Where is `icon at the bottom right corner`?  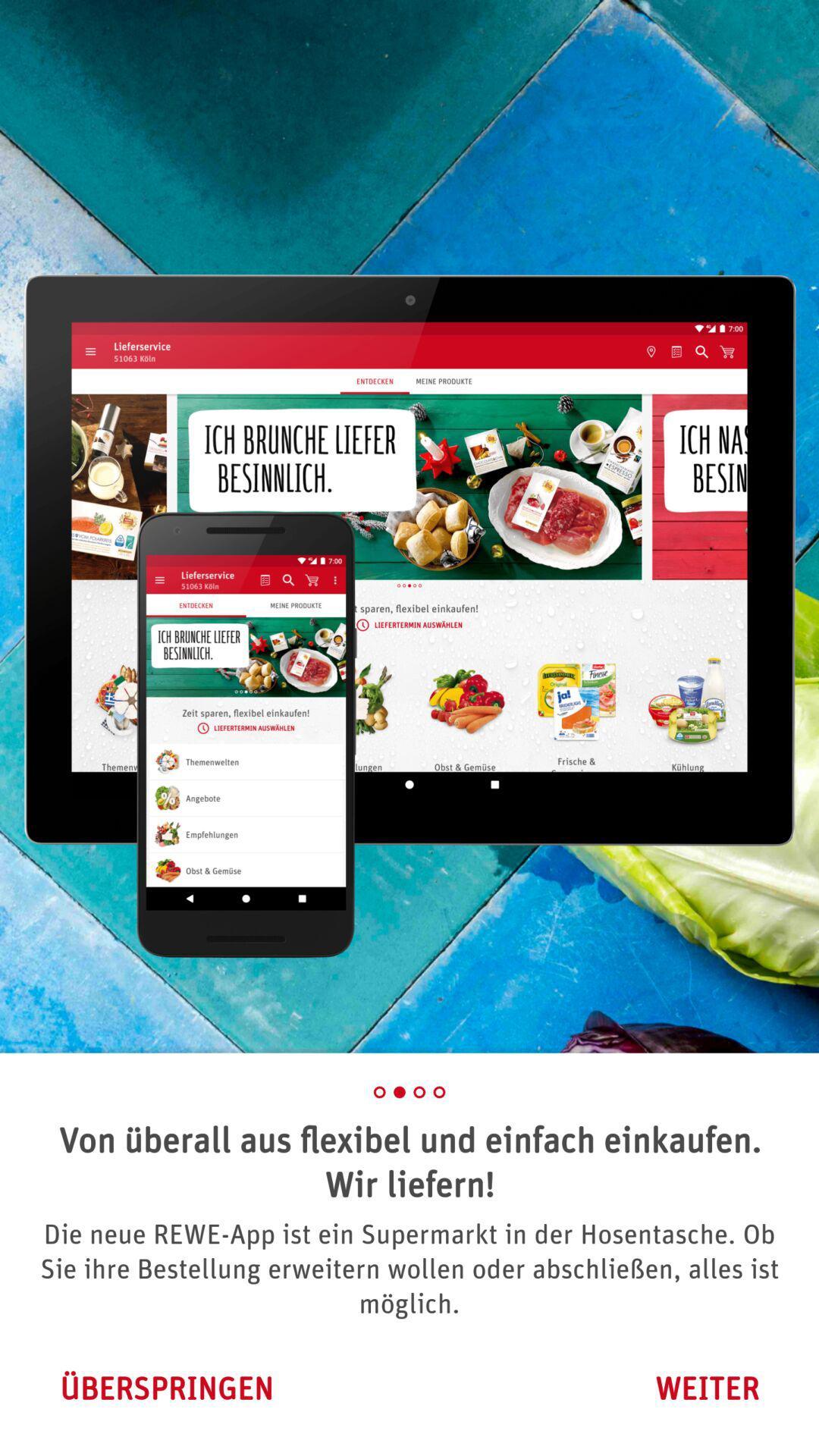
icon at the bottom right corner is located at coordinates (707, 1388).